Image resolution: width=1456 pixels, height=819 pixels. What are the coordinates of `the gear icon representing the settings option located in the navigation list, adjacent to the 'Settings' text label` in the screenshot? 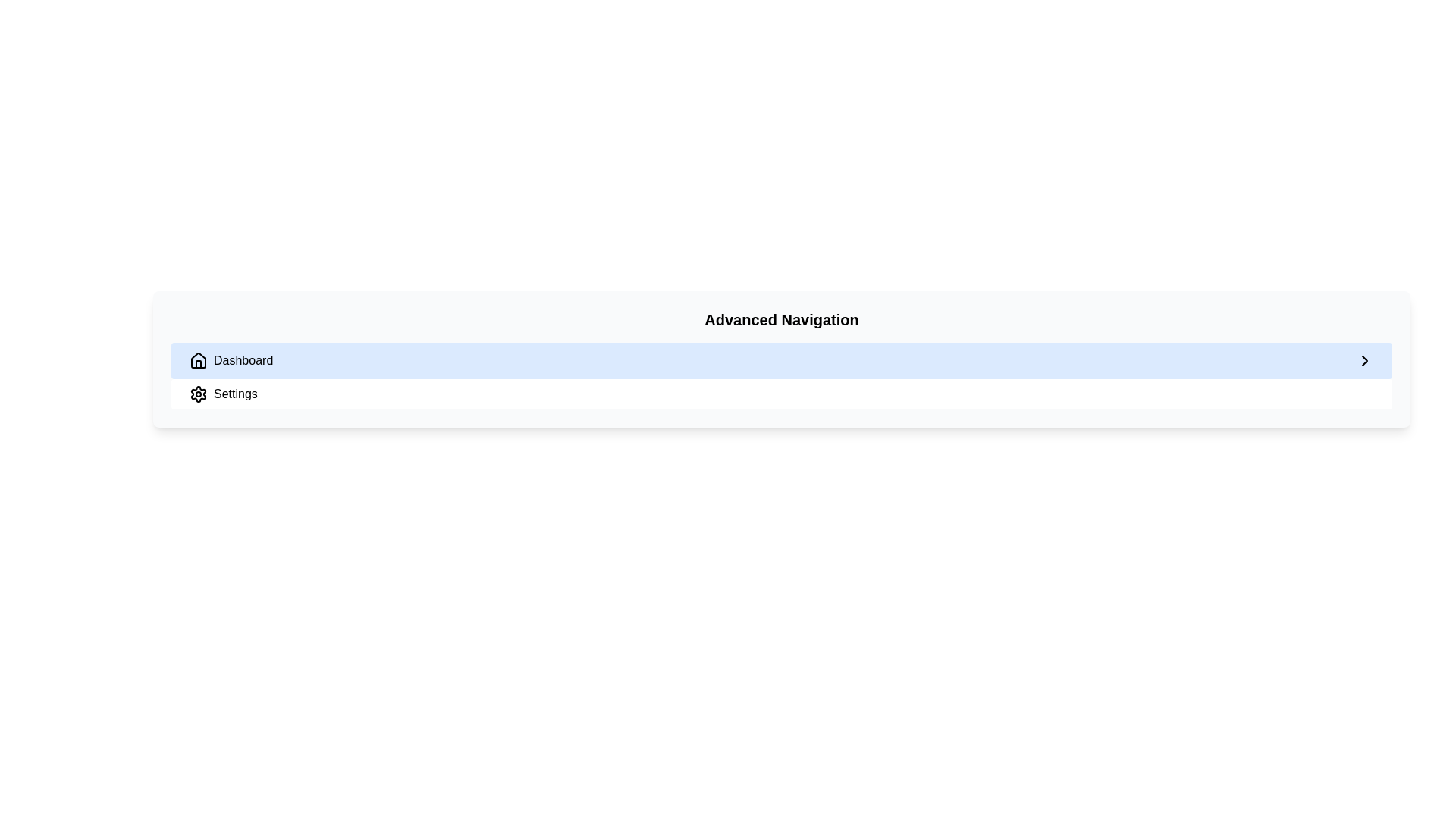 It's located at (198, 394).